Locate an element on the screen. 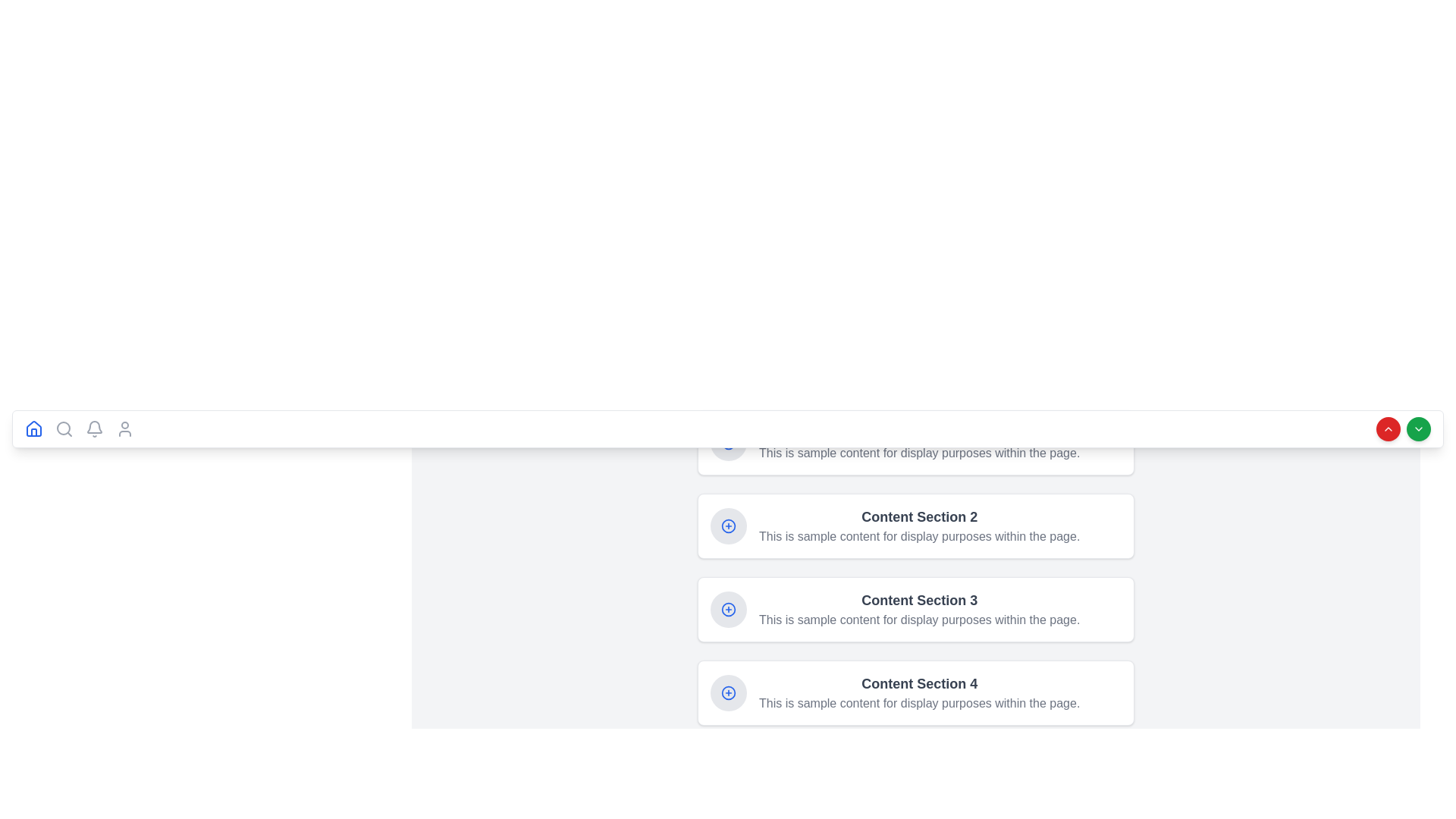  textual content label that displays: 'This is sample content for display purposes within the page.' positioned beneath the title 'Content Section 3' is located at coordinates (918, 620).